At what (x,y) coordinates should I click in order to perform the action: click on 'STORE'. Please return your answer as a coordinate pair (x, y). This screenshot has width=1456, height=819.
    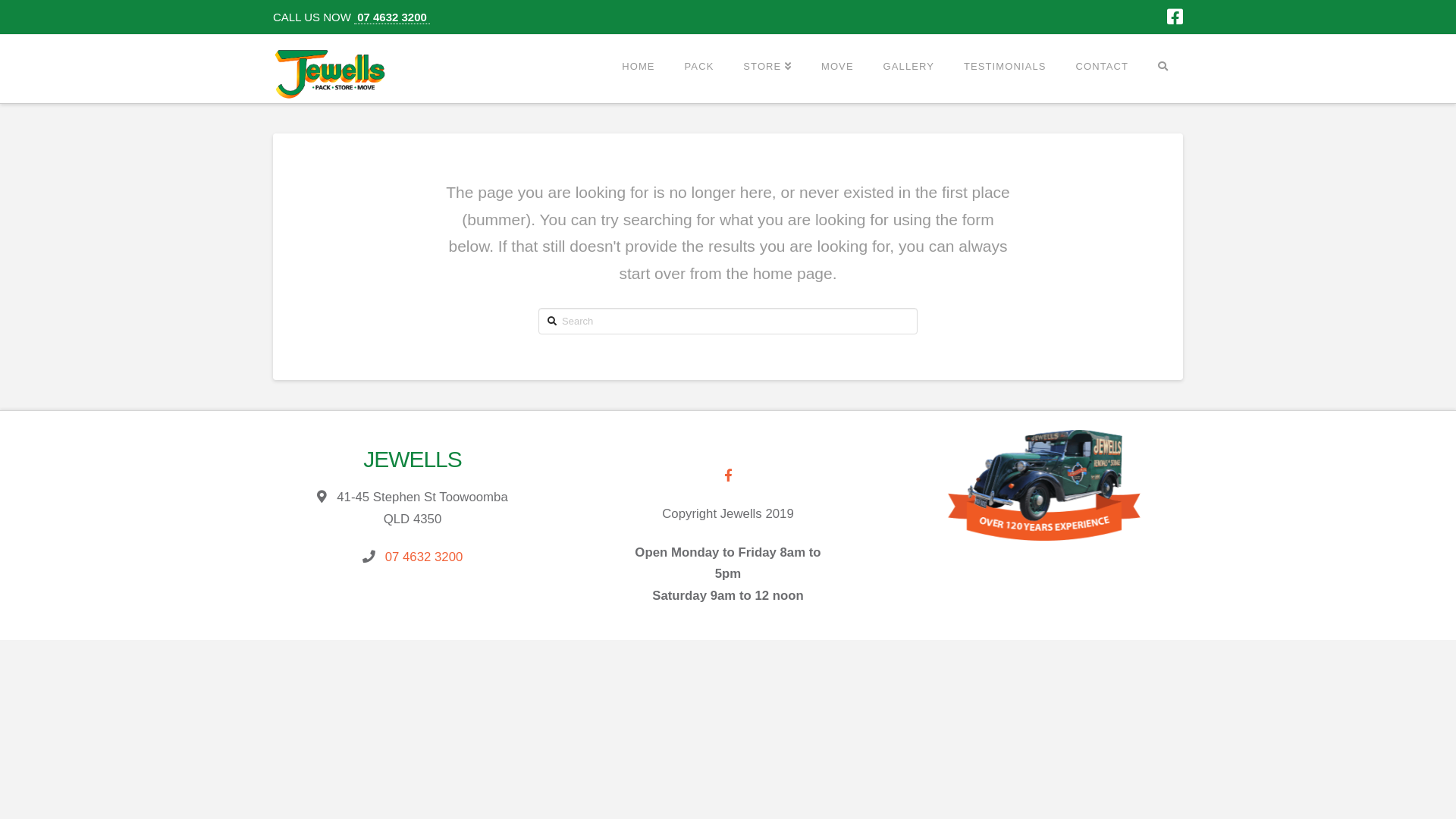
    Looking at the image, I should click on (767, 65).